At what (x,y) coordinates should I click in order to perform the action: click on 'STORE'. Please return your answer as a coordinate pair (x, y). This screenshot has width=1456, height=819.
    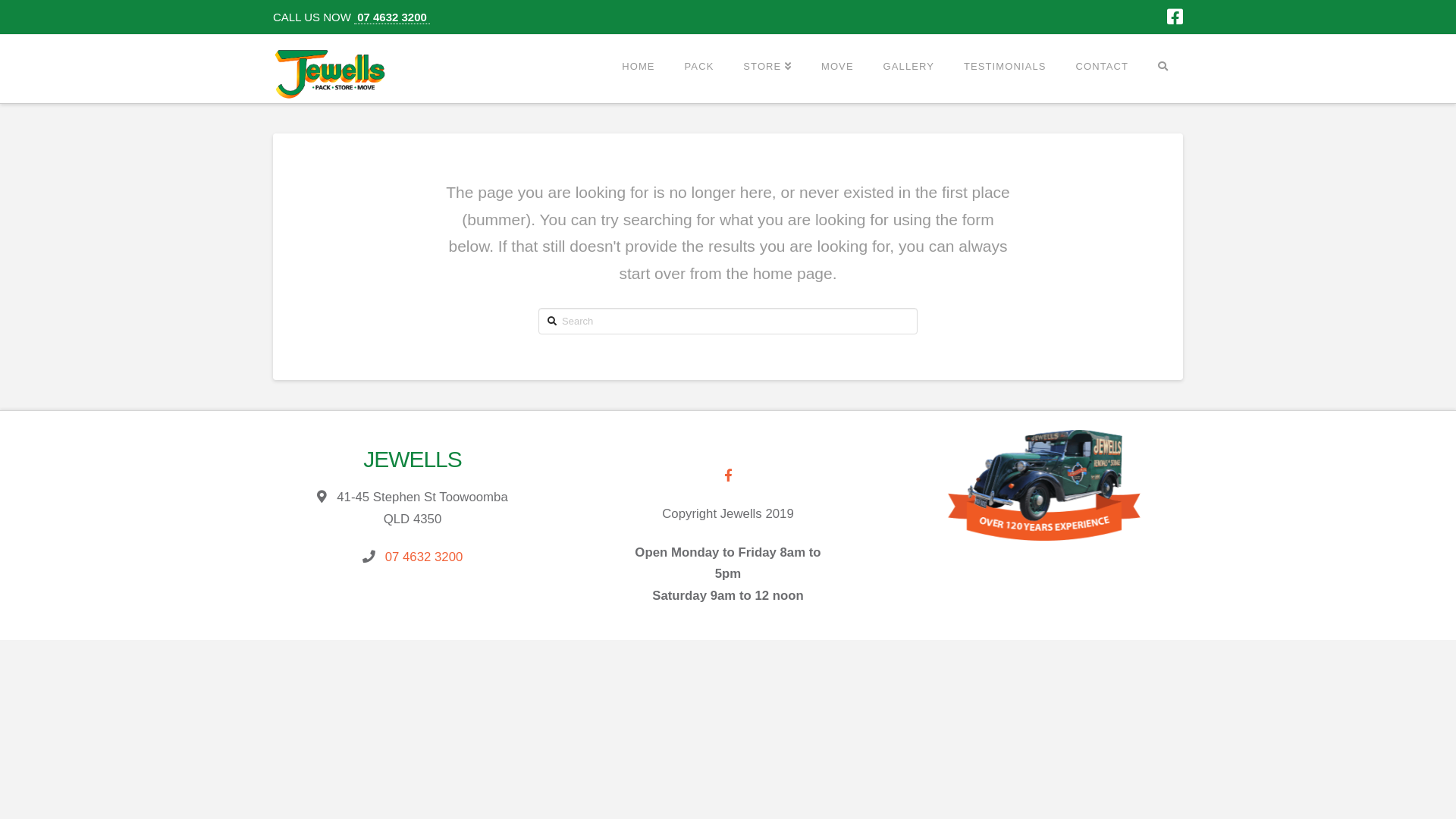
    Looking at the image, I should click on (767, 65).